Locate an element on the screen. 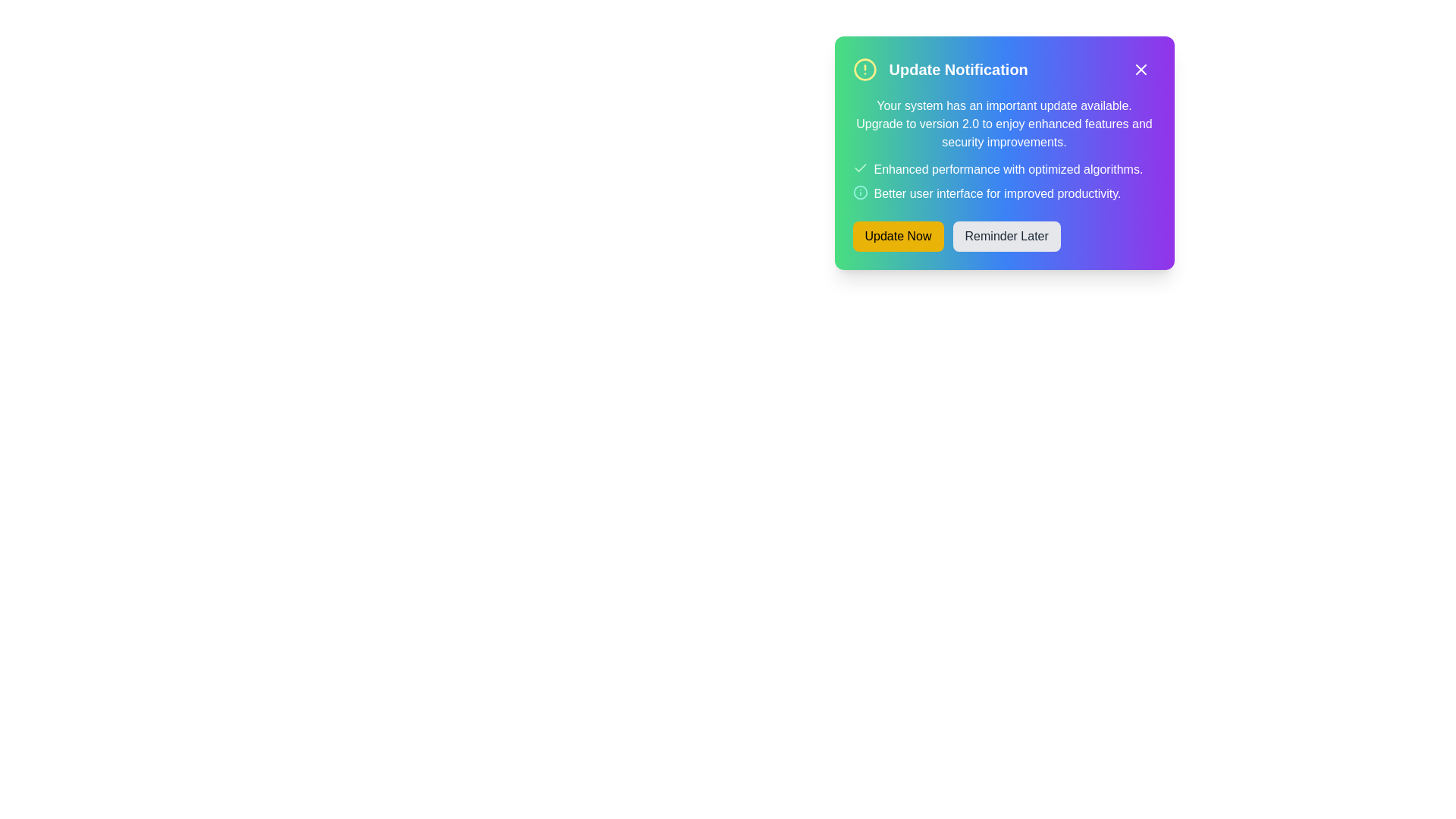  the minimalist close button with a stylized 'X' icon located in the top right corner of the notification card next to the 'Update Notification' header is located at coordinates (1141, 70).